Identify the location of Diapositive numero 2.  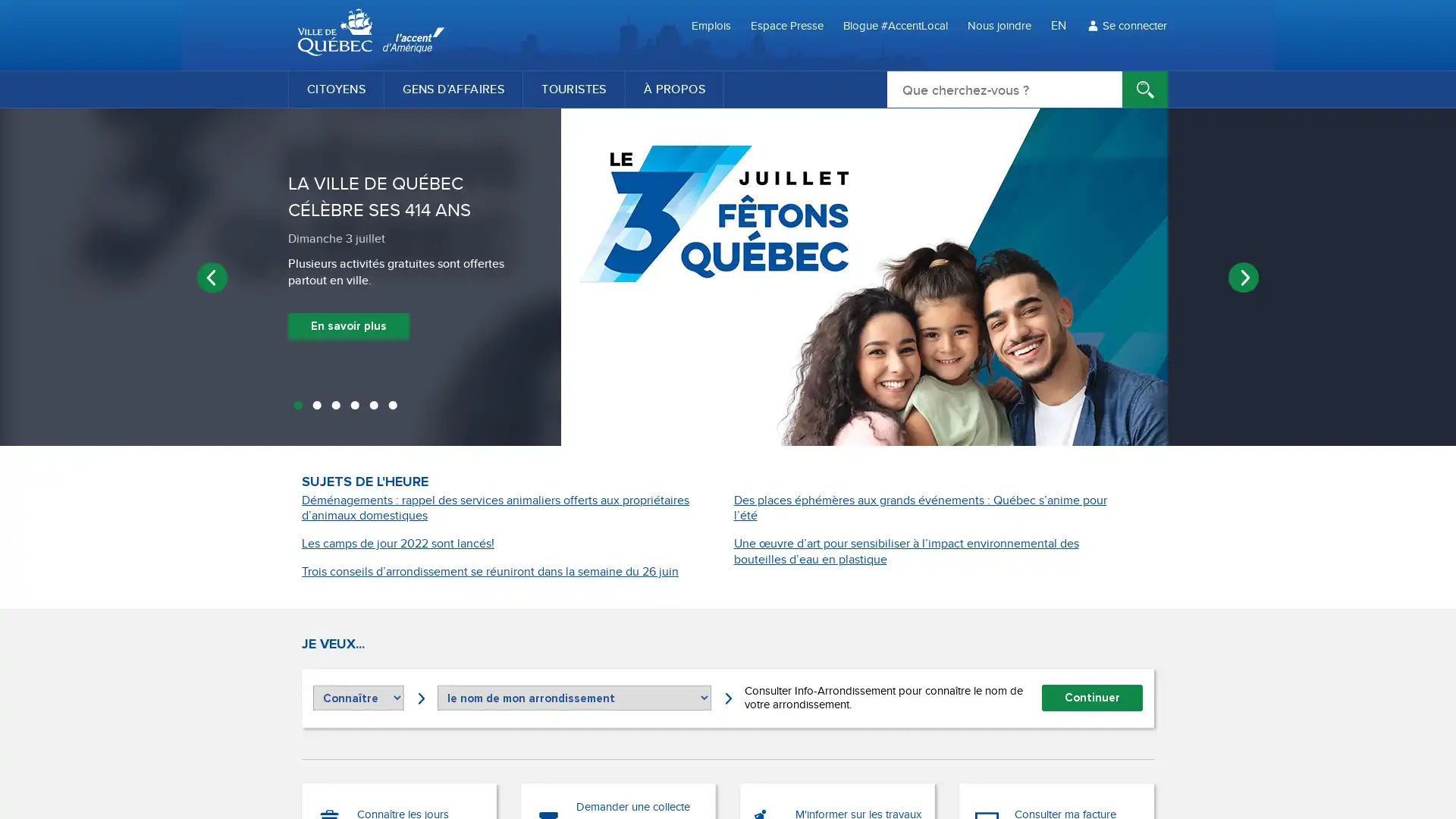
(315, 406).